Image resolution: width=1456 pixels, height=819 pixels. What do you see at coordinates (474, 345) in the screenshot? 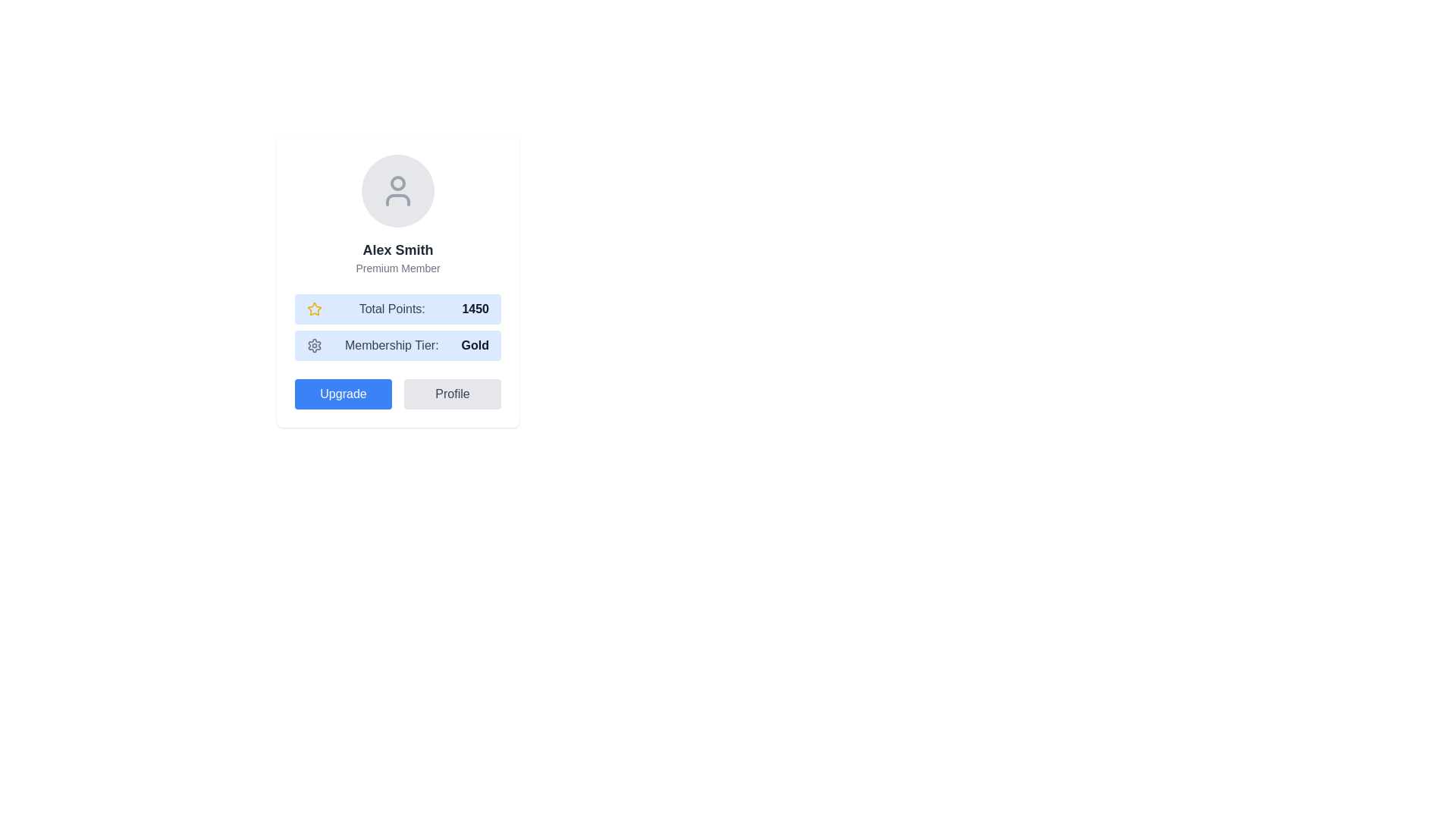
I see `the text label displaying the user's membership tier, located to the right of the 'Membership Tier:' text in the bottom center area of the card section` at bounding box center [474, 345].